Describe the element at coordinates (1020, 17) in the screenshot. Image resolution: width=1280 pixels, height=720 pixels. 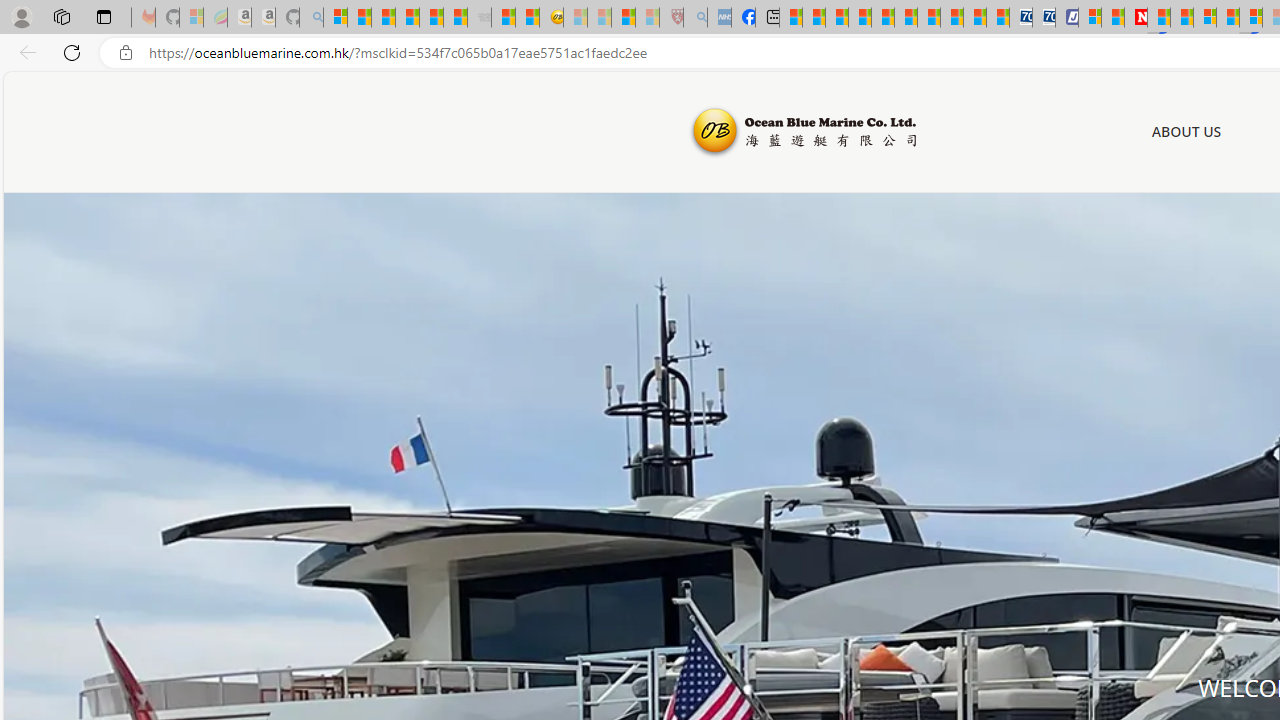
I see `'Cheap Car Rentals - Save70.com'` at that location.